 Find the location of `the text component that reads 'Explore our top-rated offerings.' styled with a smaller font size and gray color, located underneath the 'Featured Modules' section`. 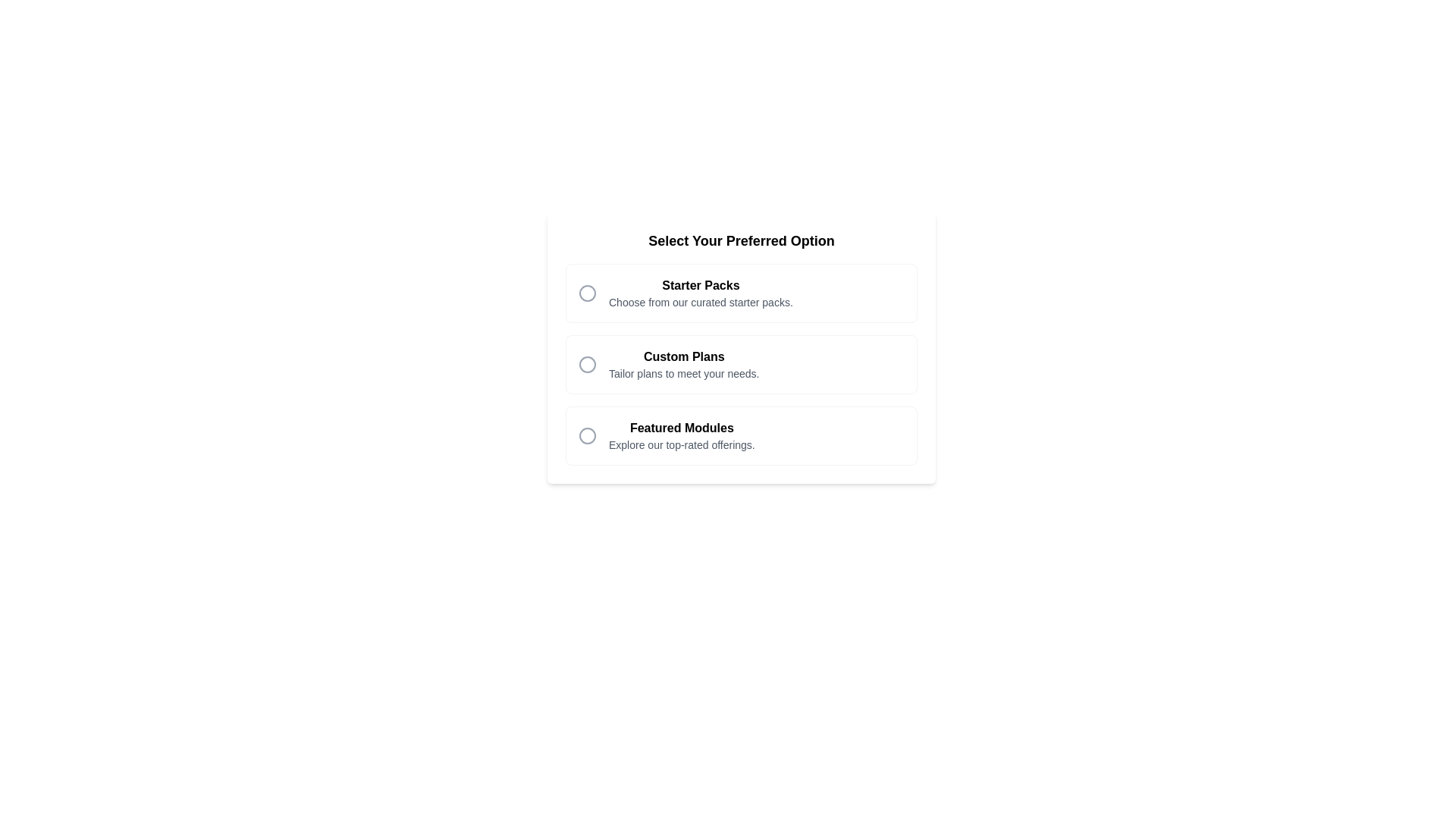

the text component that reads 'Explore our top-rated offerings.' styled with a smaller font size and gray color, located underneath the 'Featured Modules' section is located at coordinates (681, 444).